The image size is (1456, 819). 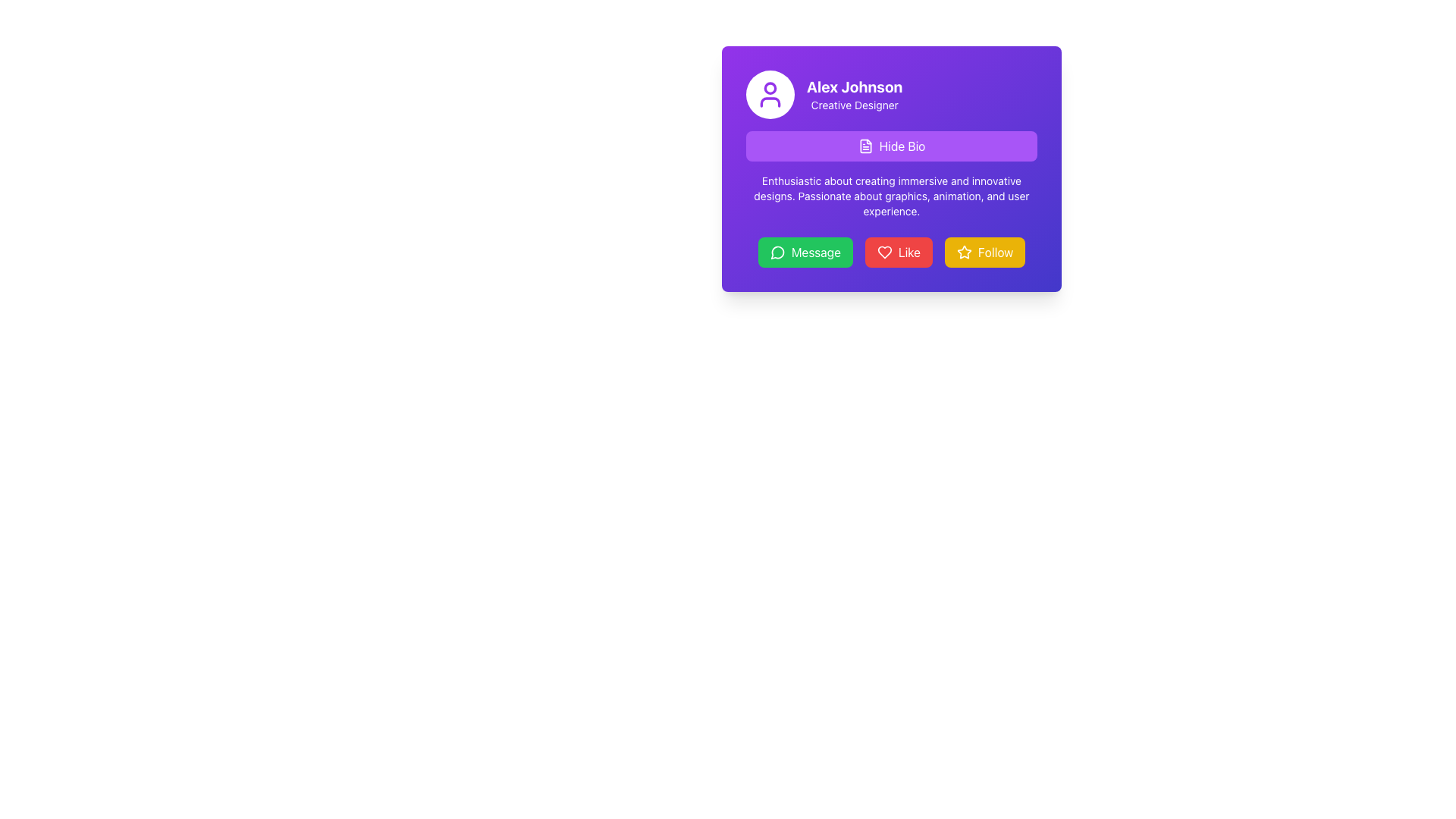 I want to click on the static text displaying 'Creative Designer', which is styled in white against a purple background and located directly below 'Alex Johnson', so click(x=855, y=104).